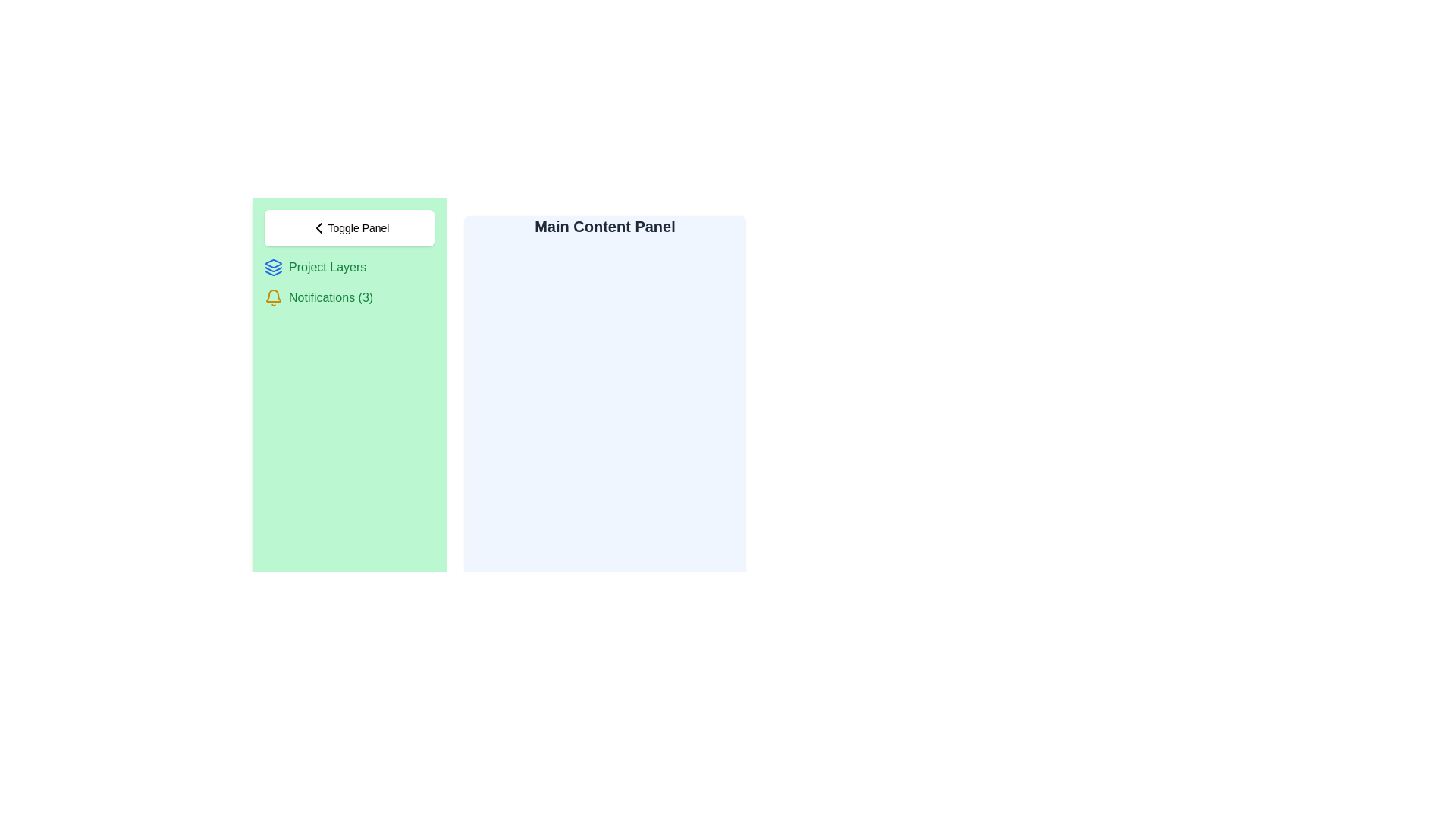 Image resolution: width=1456 pixels, height=819 pixels. Describe the element at coordinates (330, 298) in the screenshot. I see `the notification count text label indicating three unread notifications` at that location.